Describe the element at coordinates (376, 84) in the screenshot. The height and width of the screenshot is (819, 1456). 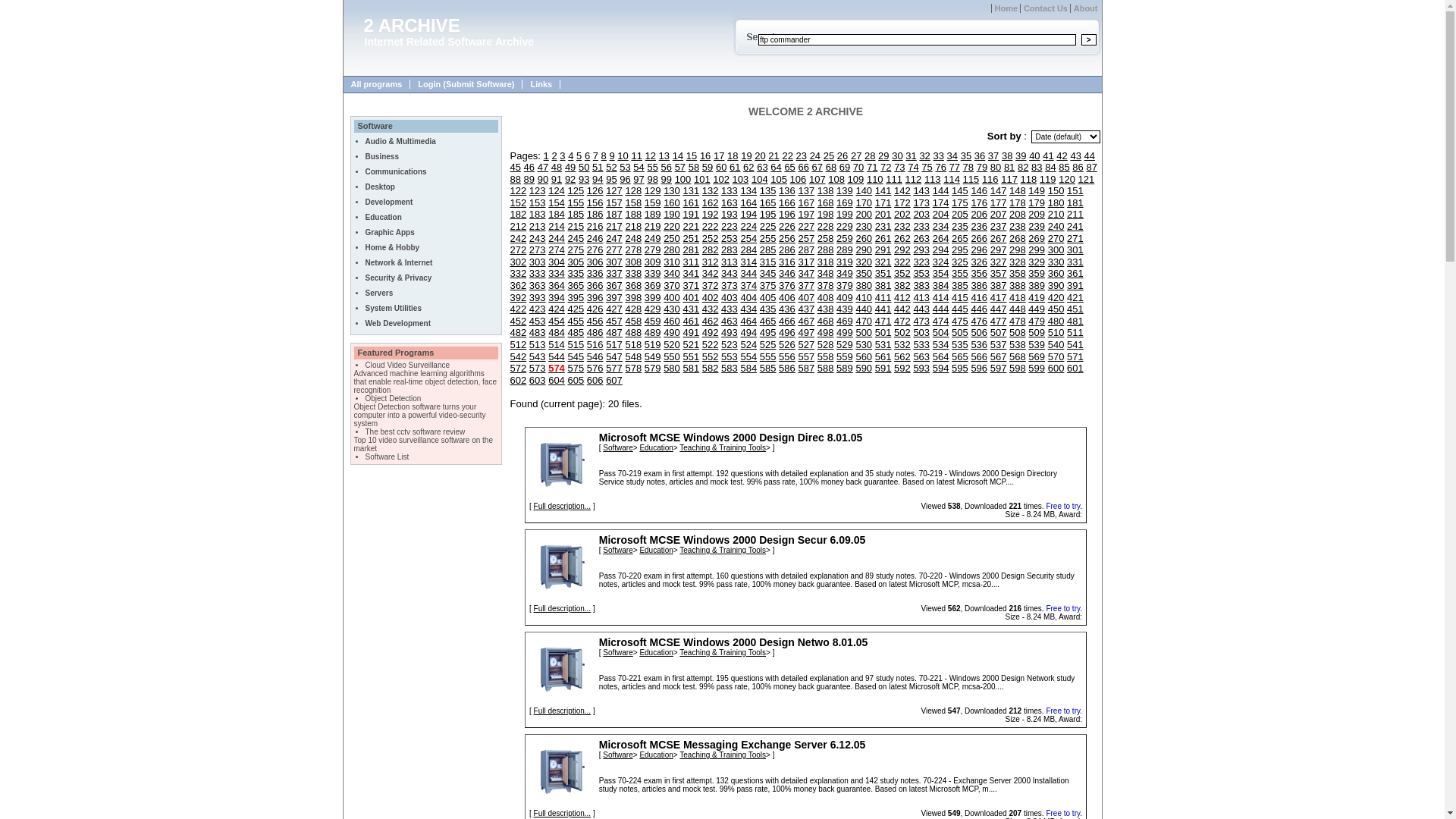
I see `'All programs'` at that location.